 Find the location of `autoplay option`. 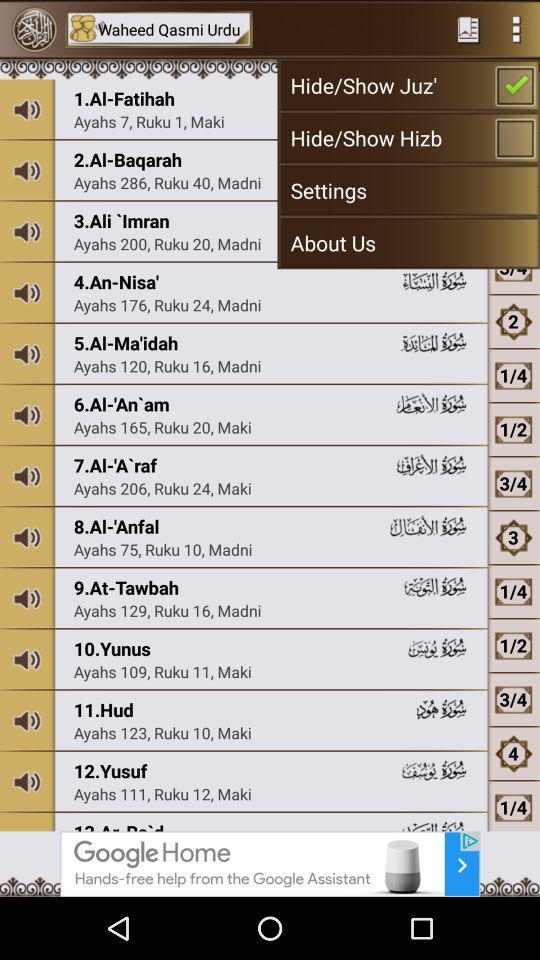

autoplay option is located at coordinates (516, 28).